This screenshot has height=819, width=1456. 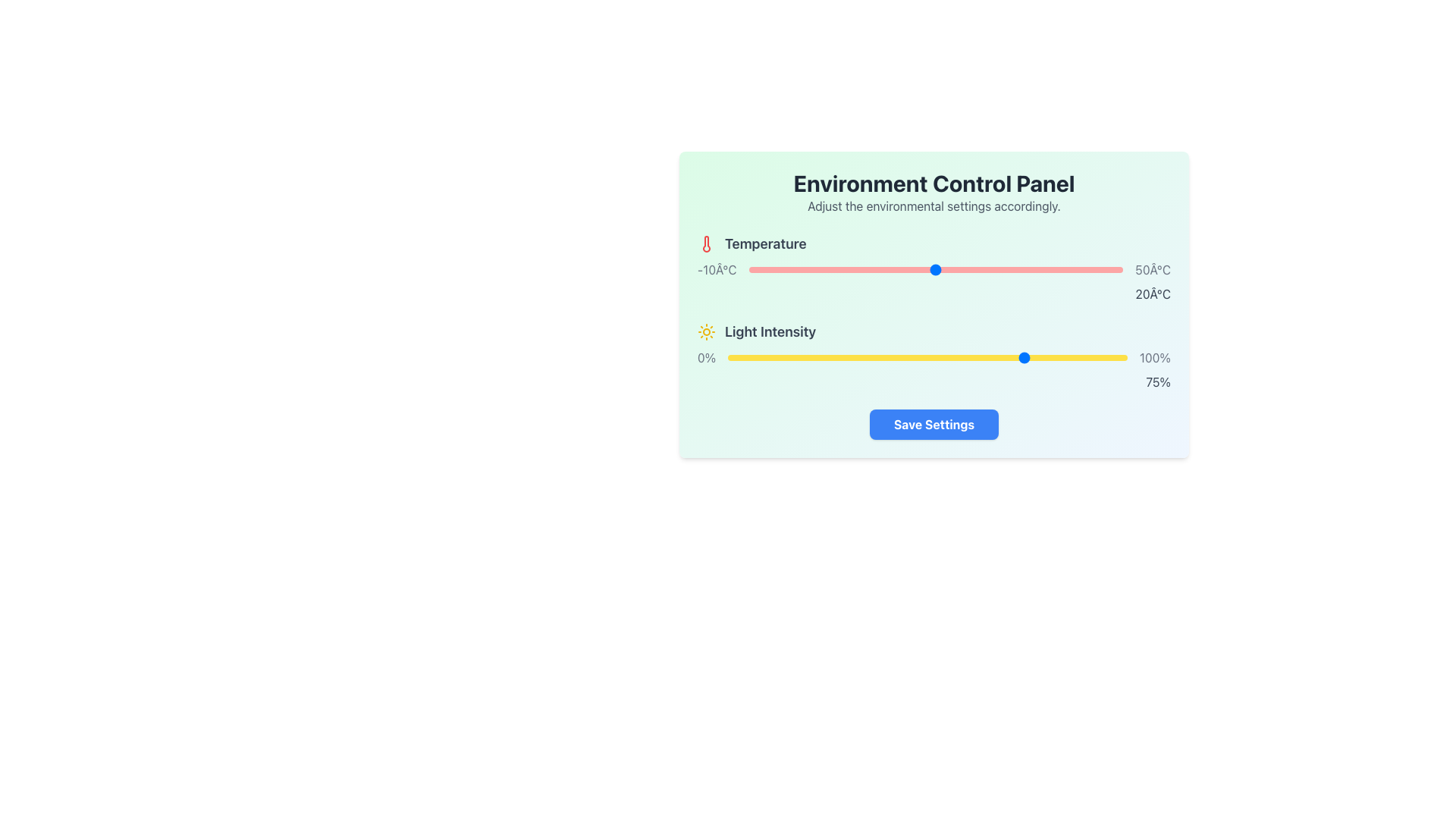 What do you see at coordinates (716, 268) in the screenshot?
I see `the text label displaying '-10°C', which indicates the minimum temperature value and is positioned to the left of the horizontal slider under the 'Temperature' heading` at bounding box center [716, 268].